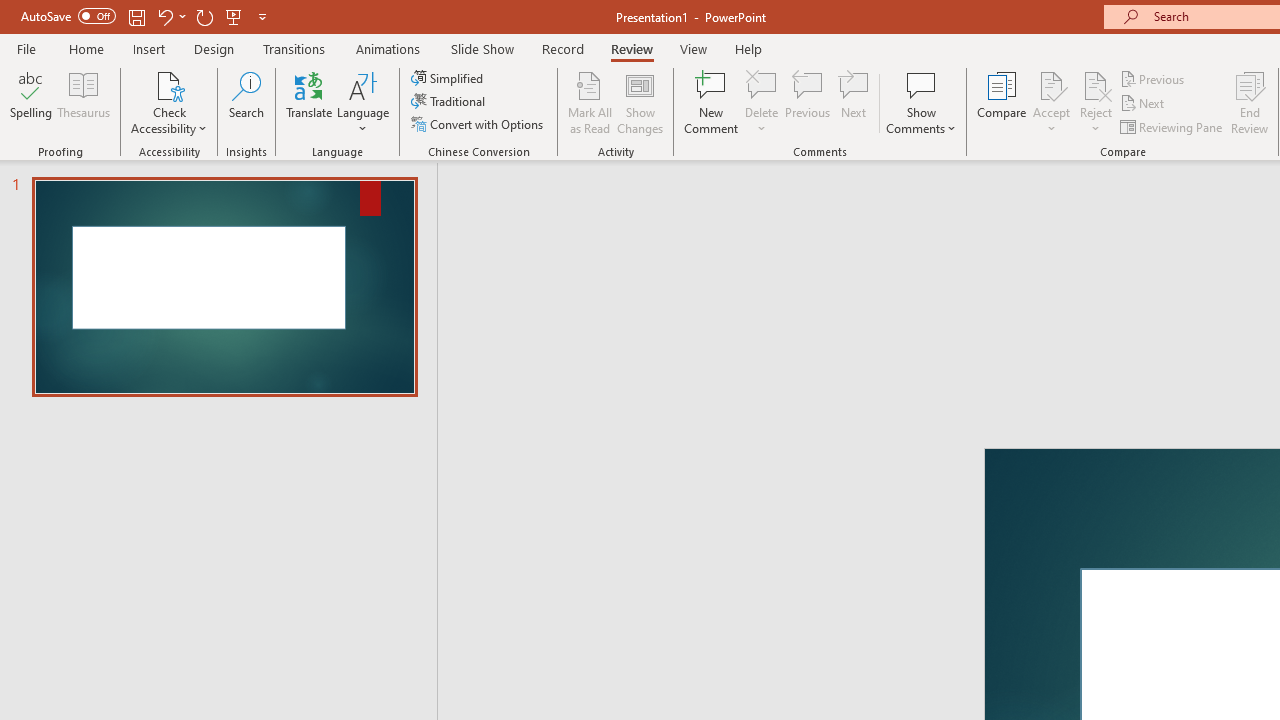  What do you see at coordinates (1002, 103) in the screenshot?
I see `'Compare'` at bounding box center [1002, 103].